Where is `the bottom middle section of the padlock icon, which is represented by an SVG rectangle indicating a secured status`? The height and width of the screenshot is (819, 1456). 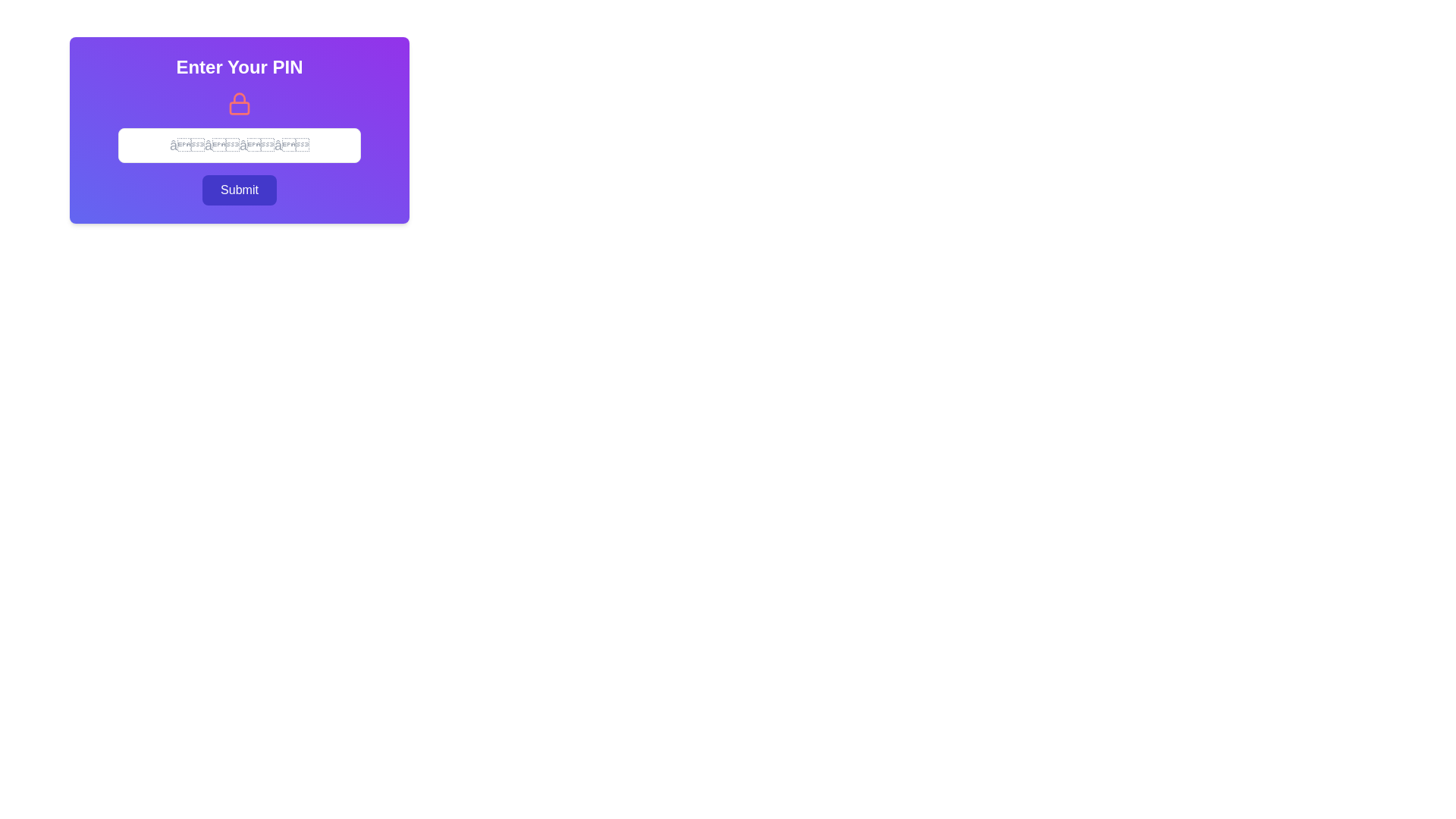
the bottom middle section of the padlock icon, which is represented by an SVG rectangle indicating a secured status is located at coordinates (239, 107).